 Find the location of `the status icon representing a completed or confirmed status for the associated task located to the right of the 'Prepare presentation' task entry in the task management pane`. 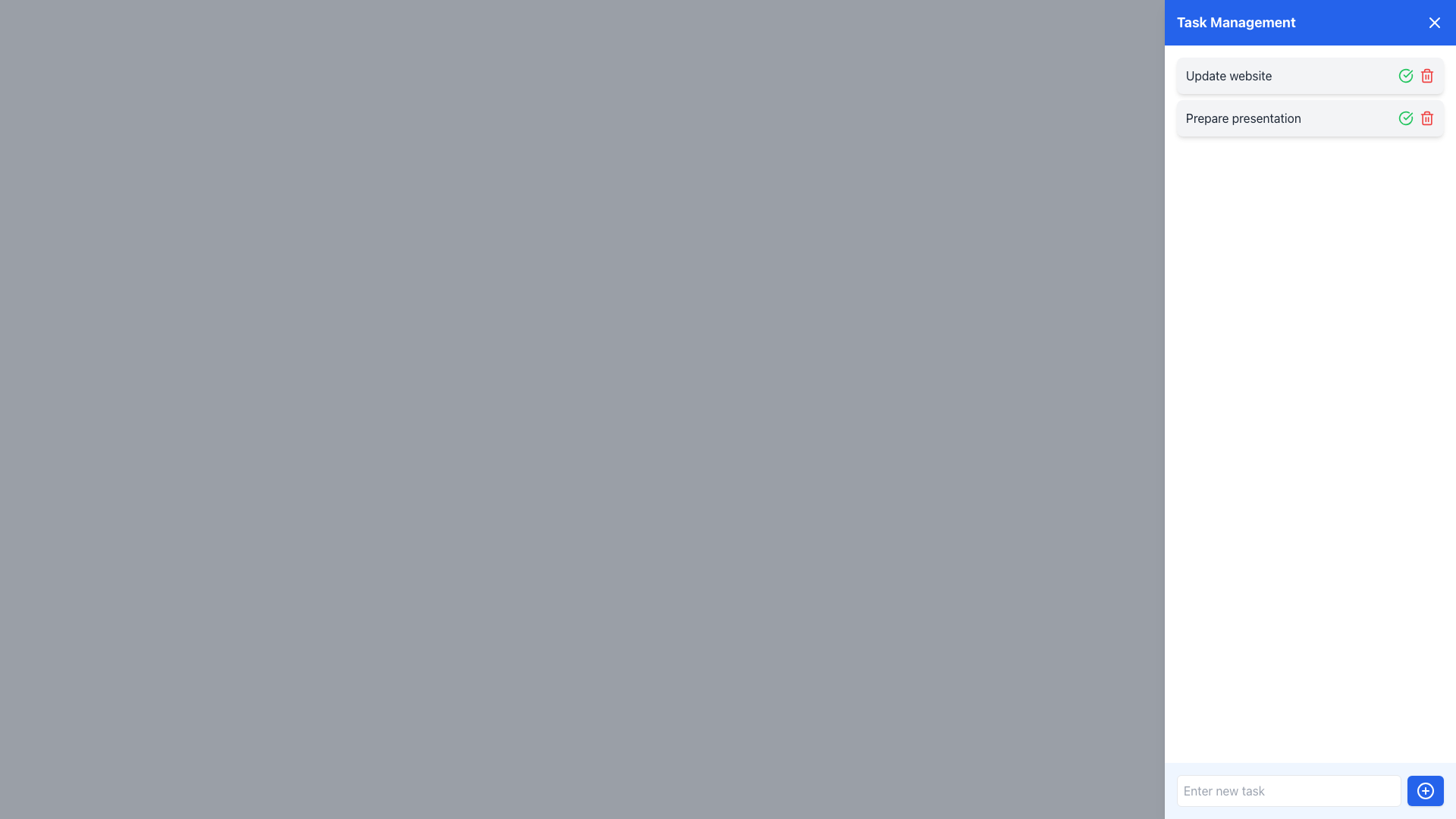

the status icon representing a completed or confirmed status for the associated task located to the right of the 'Prepare presentation' task entry in the task management pane is located at coordinates (1404, 76).